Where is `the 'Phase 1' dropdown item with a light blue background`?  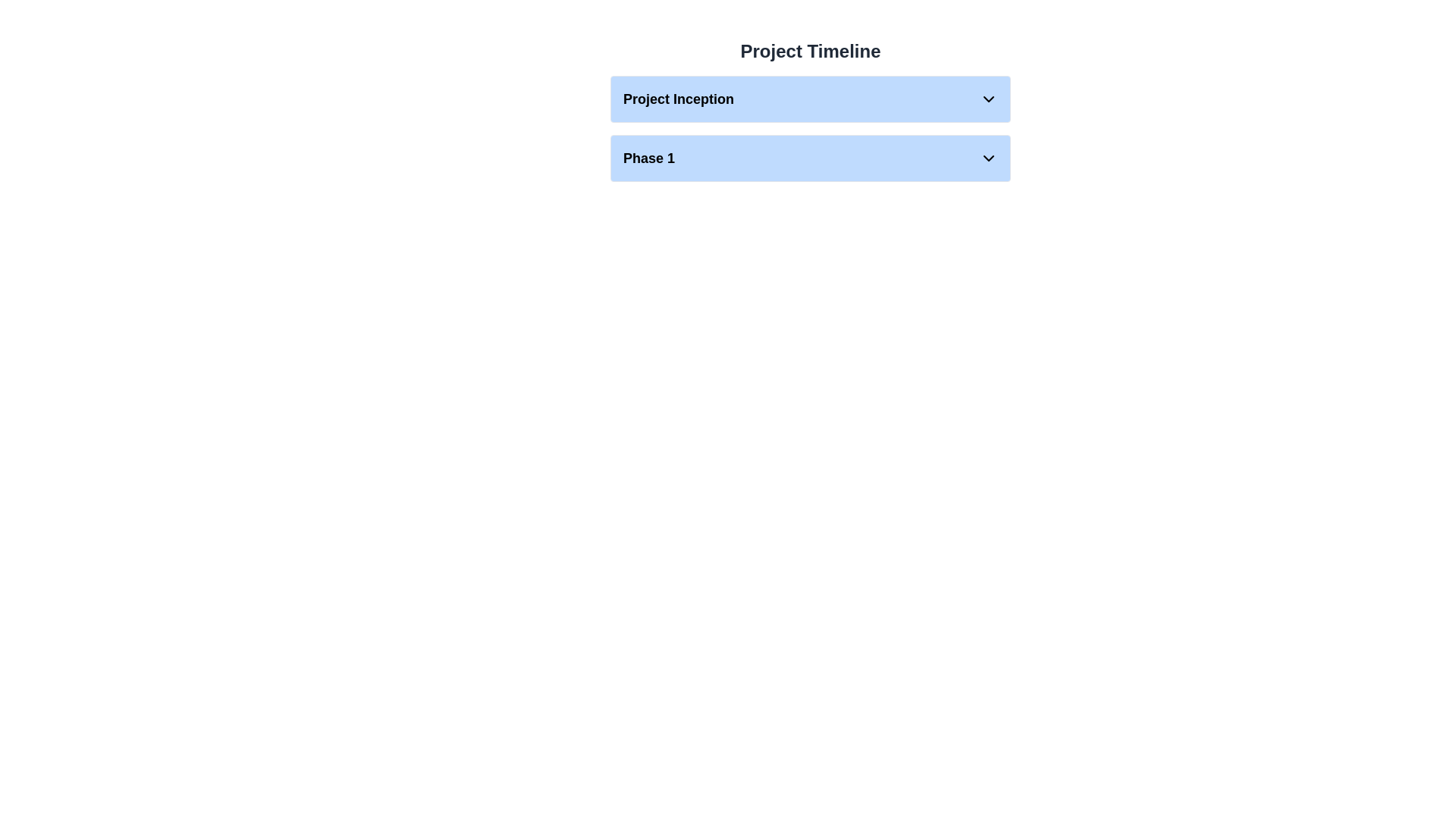
the 'Phase 1' dropdown item with a light blue background is located at coordinates (810, 158).